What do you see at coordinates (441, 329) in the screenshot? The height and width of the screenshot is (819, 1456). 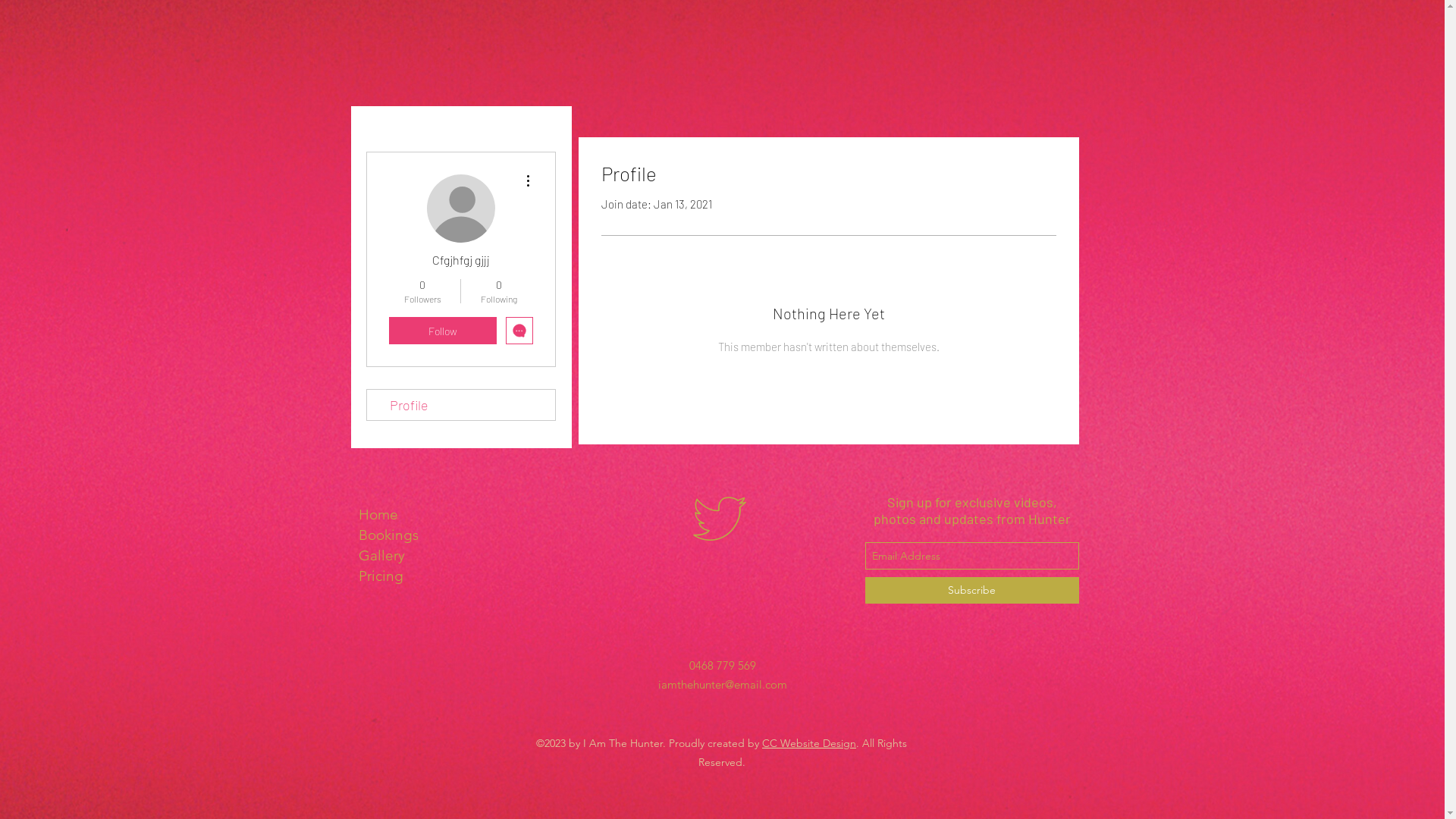 I see `'Follow'` at bounding box center [441, 329].